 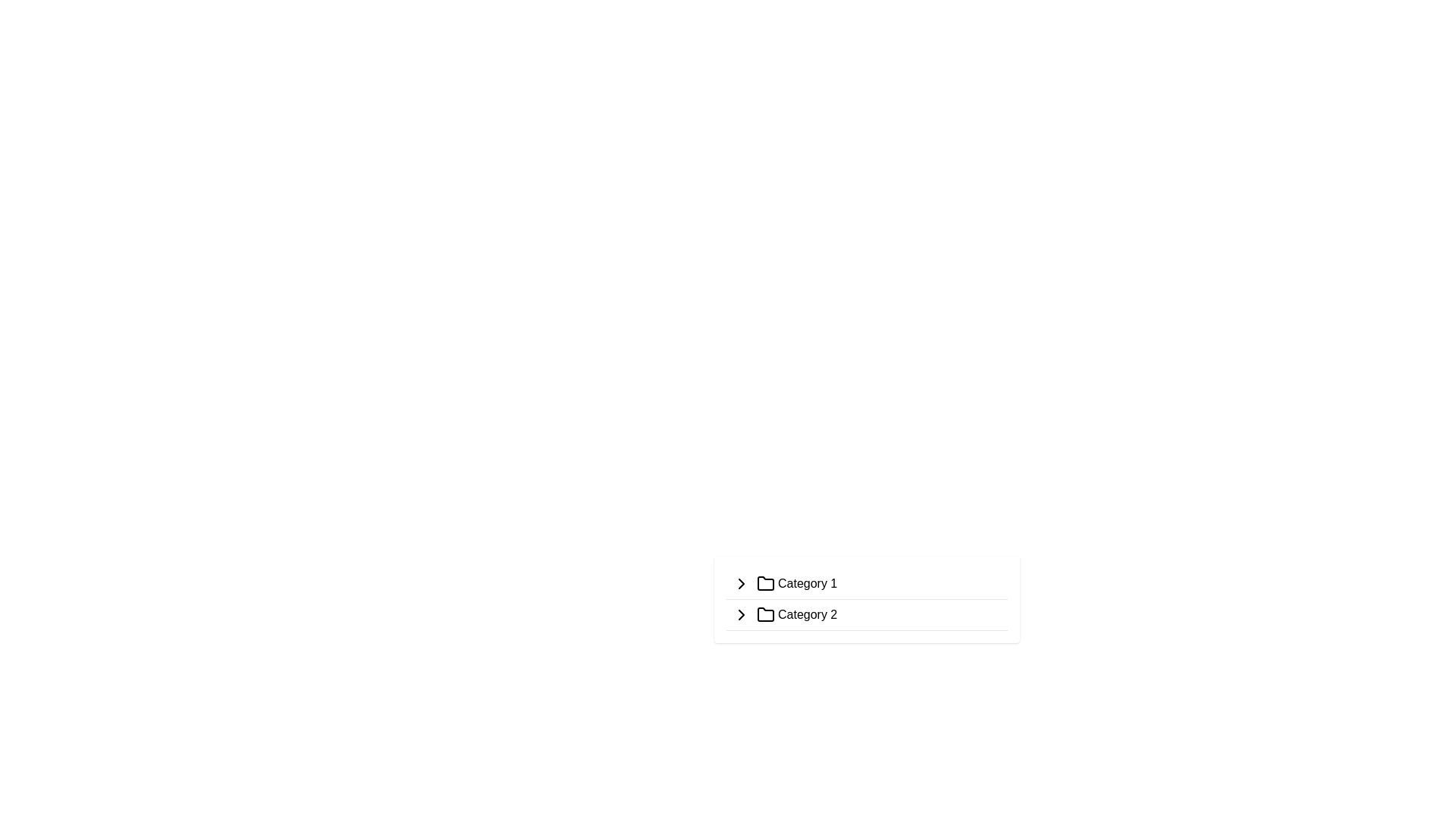 What do you see at coordinates (765, 614) in the screenshot?
I see `the 'Category 2' folder icon in the tree view, which is the second folder icon and is visually indicated by its graphical representation as a folder` at bounding box center [765, 614].